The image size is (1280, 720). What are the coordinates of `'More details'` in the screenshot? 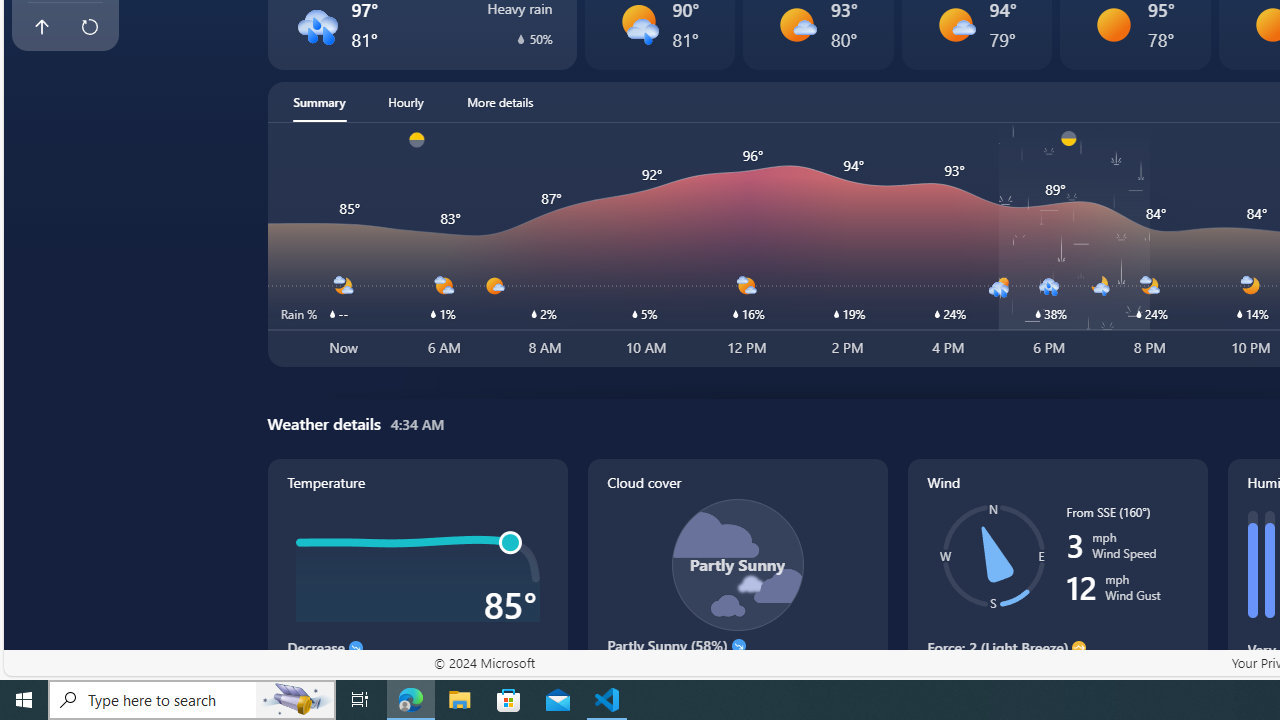 It's located at (500, 101).